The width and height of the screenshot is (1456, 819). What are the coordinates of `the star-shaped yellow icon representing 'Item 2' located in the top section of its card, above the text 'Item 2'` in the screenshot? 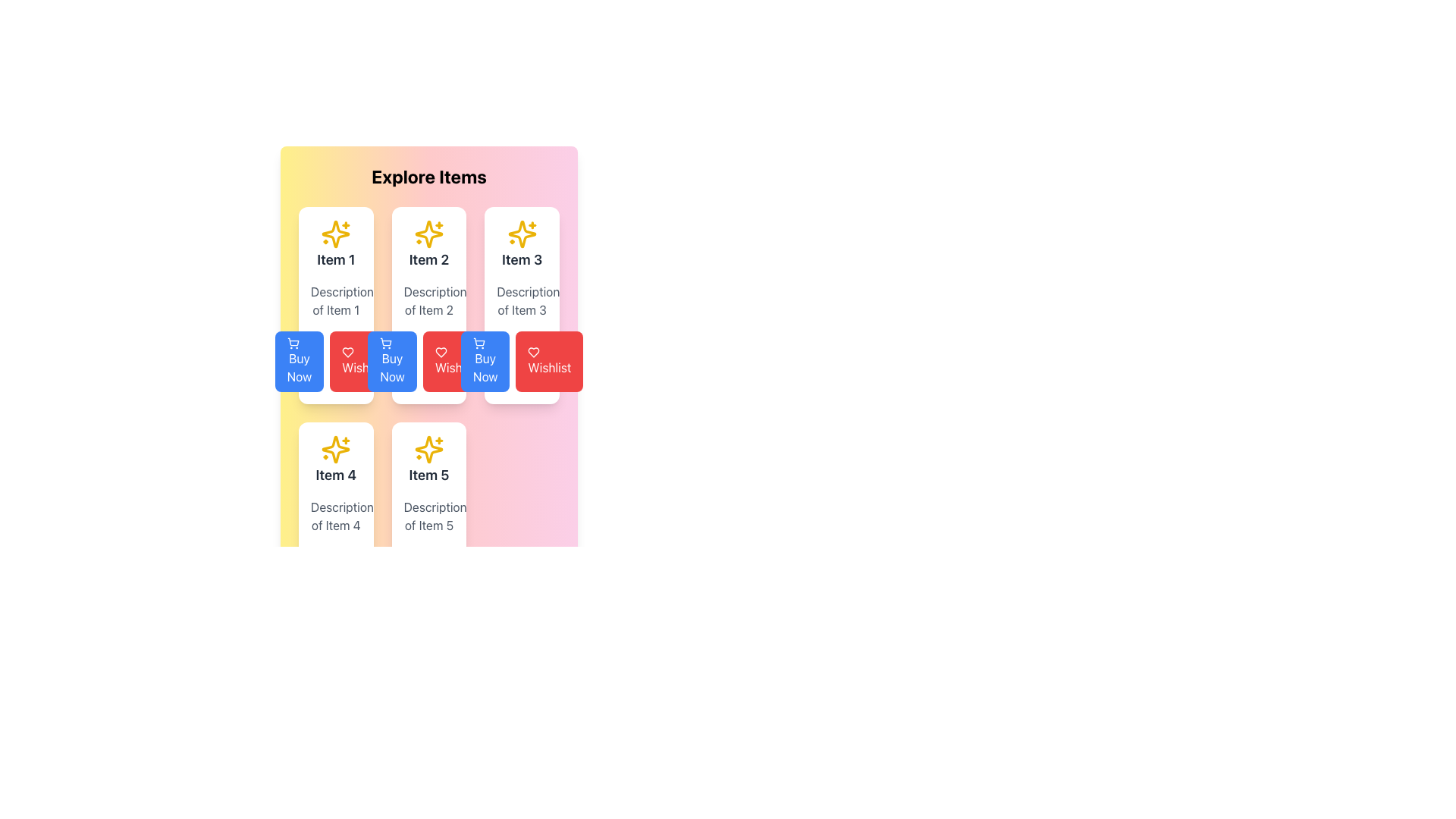 It's located at (428, 234).